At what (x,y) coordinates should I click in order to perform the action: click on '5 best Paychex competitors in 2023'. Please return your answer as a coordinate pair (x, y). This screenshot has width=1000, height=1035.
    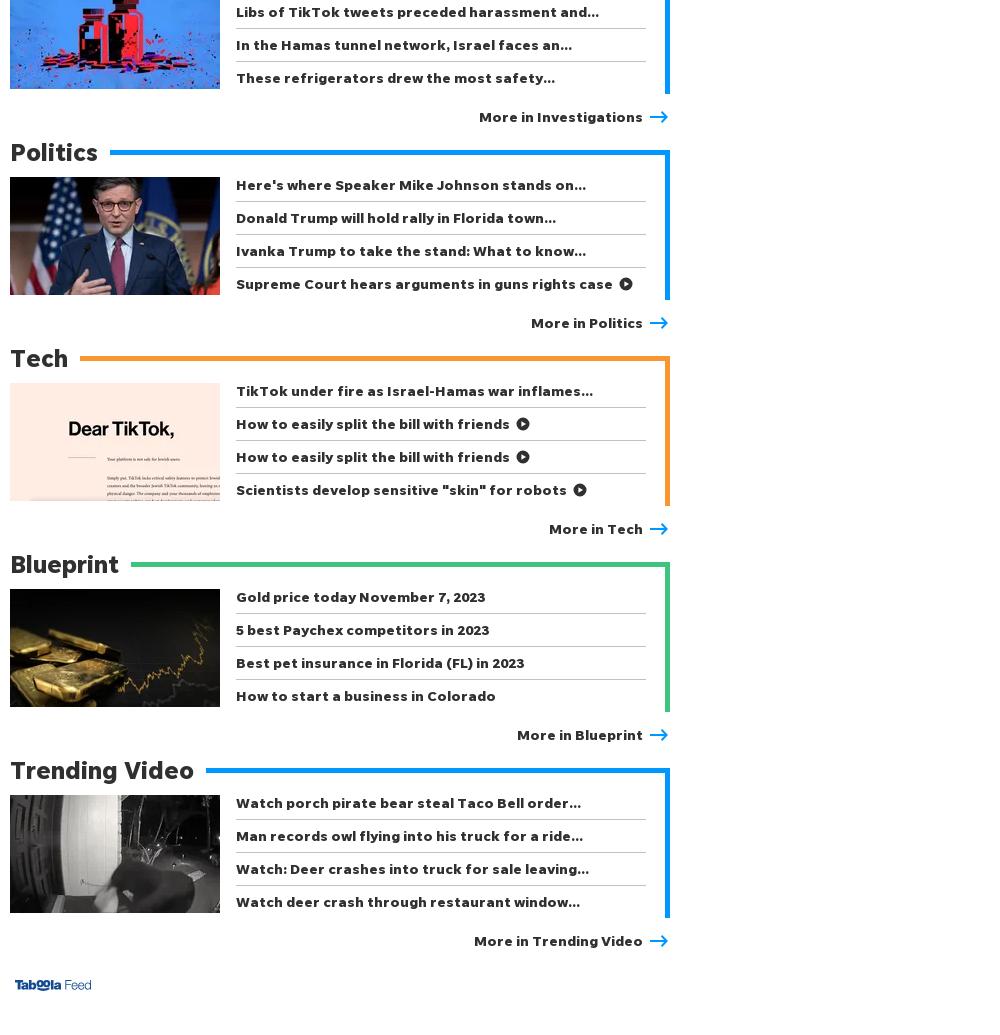
    Looking at the image, I should click on (361, 628).